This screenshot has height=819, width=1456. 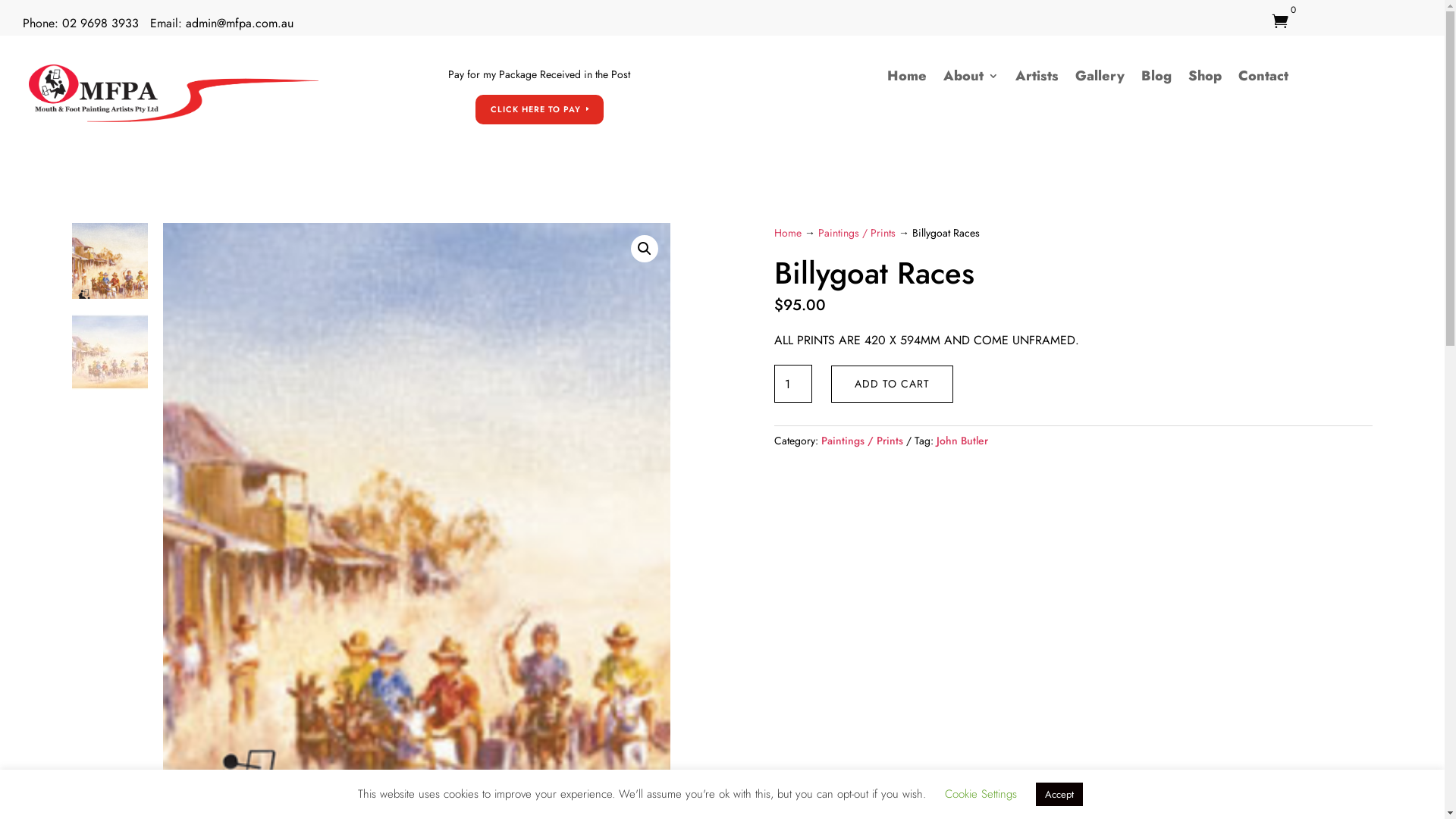 I want to click on 'About', so click(x=971, y=79).